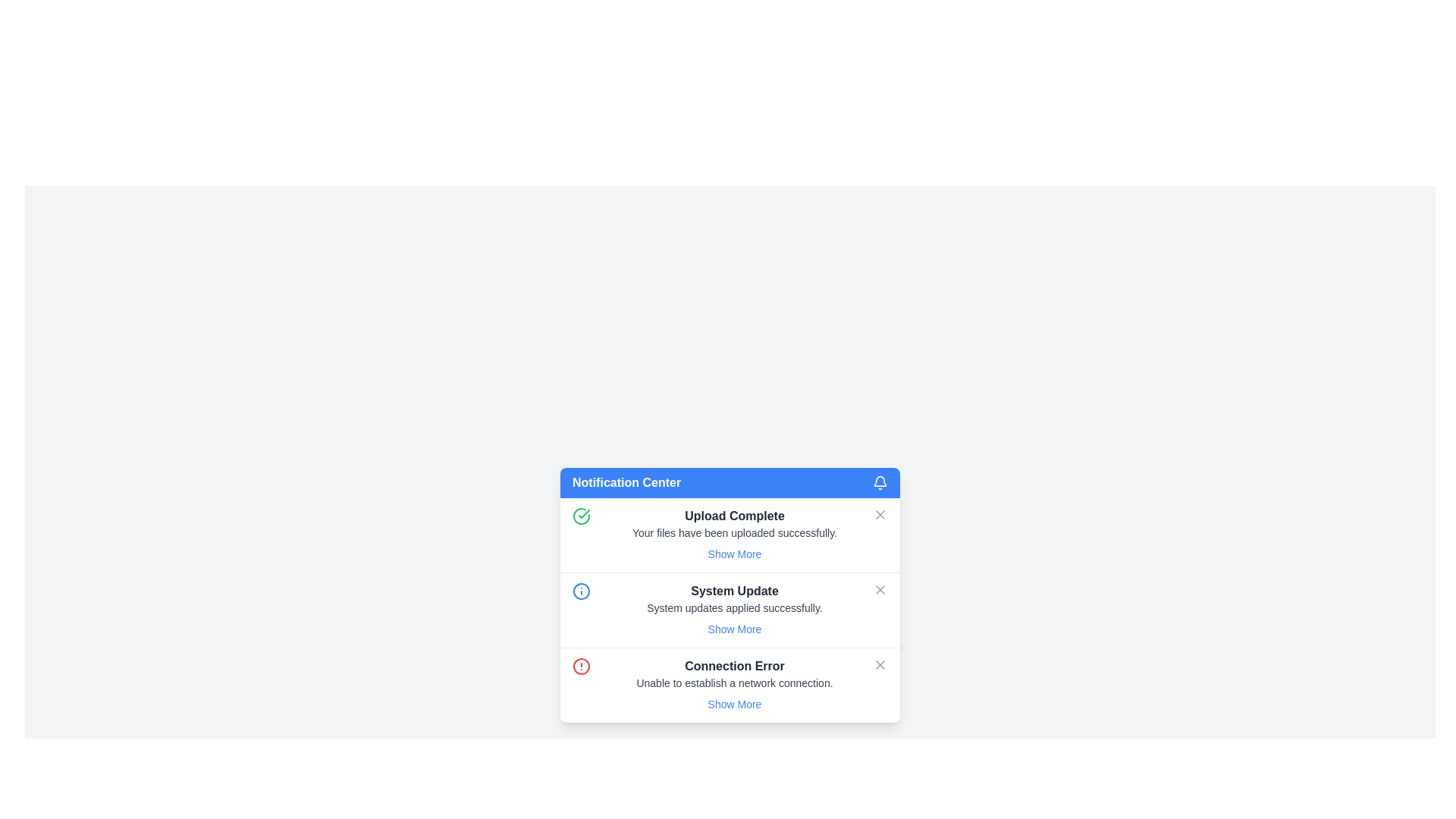  Describe the element at coordinates (735, 590) in the screenshot. I see `the bold text 'System Update' in dark gray color, which is the main title of the second notification entry in the middle section of the notification panel` at that location.